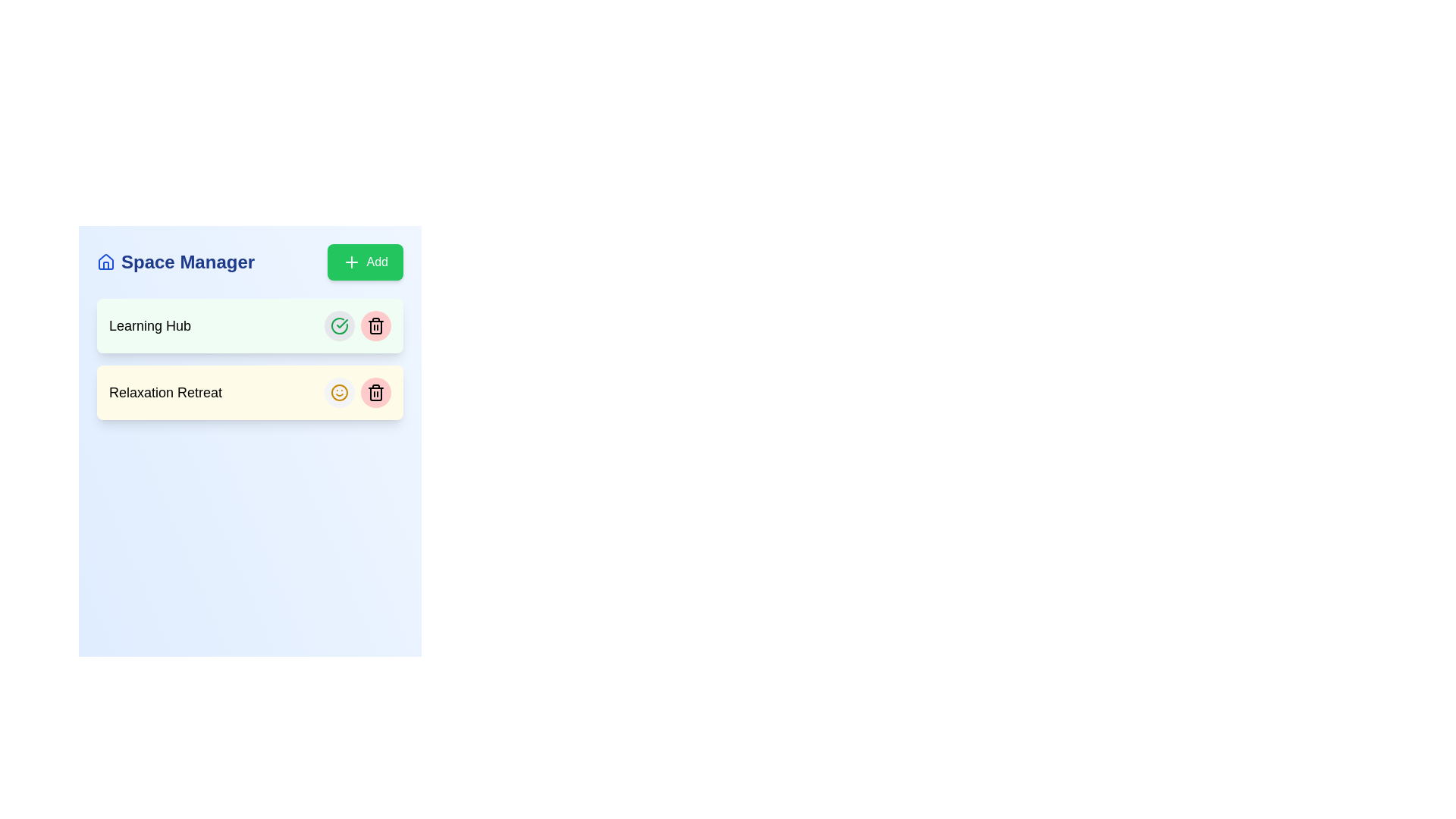 The height and width of the screenshot is (819, 1456). Describe the element at coordinates (375, 325) in the screenshot. I see `the delete icon located to the right of the 'Learning Hub' text` at that location.